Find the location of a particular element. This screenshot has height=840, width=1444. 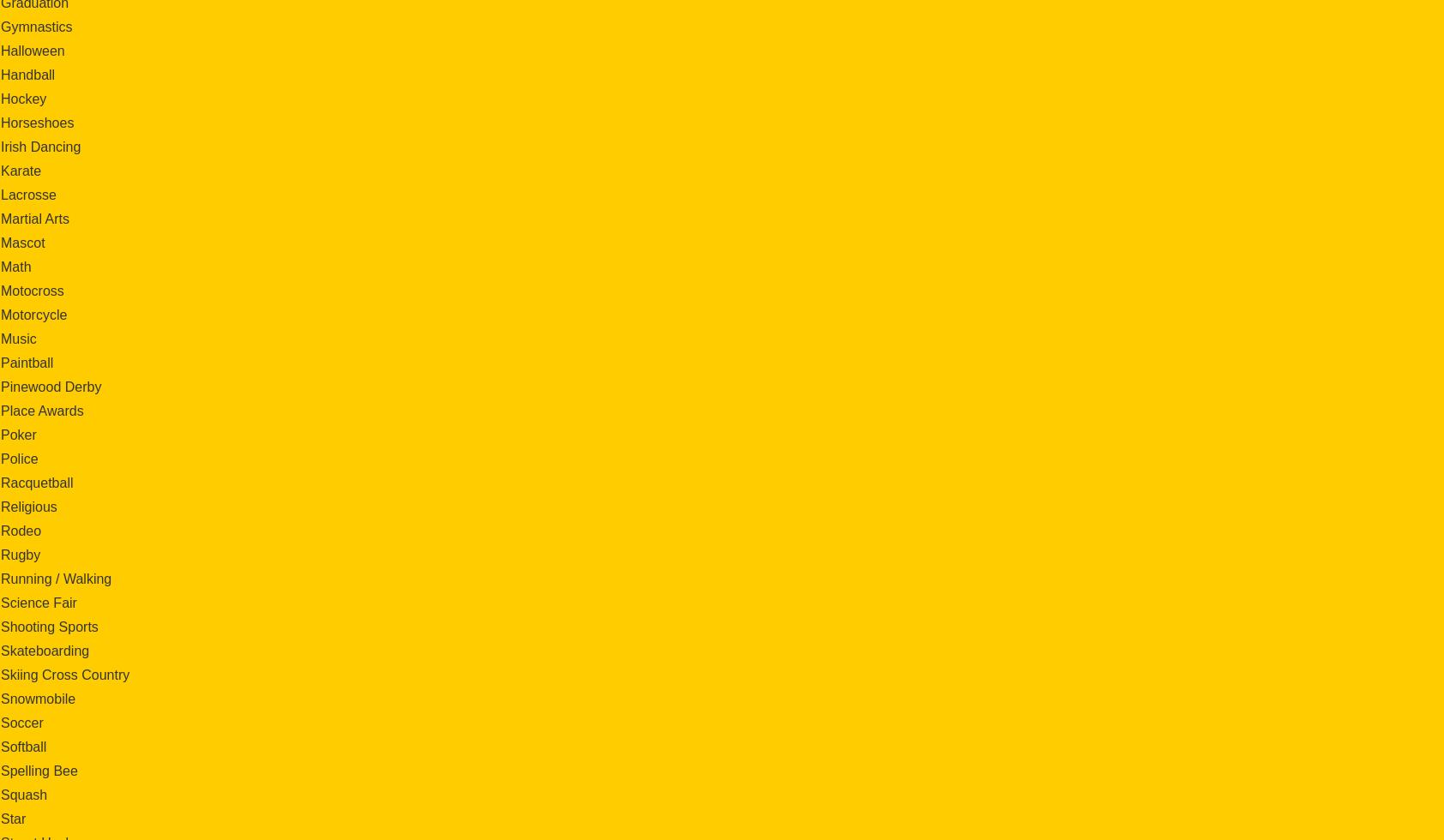

'Gymnastics' is located at coordinates (35, 26).